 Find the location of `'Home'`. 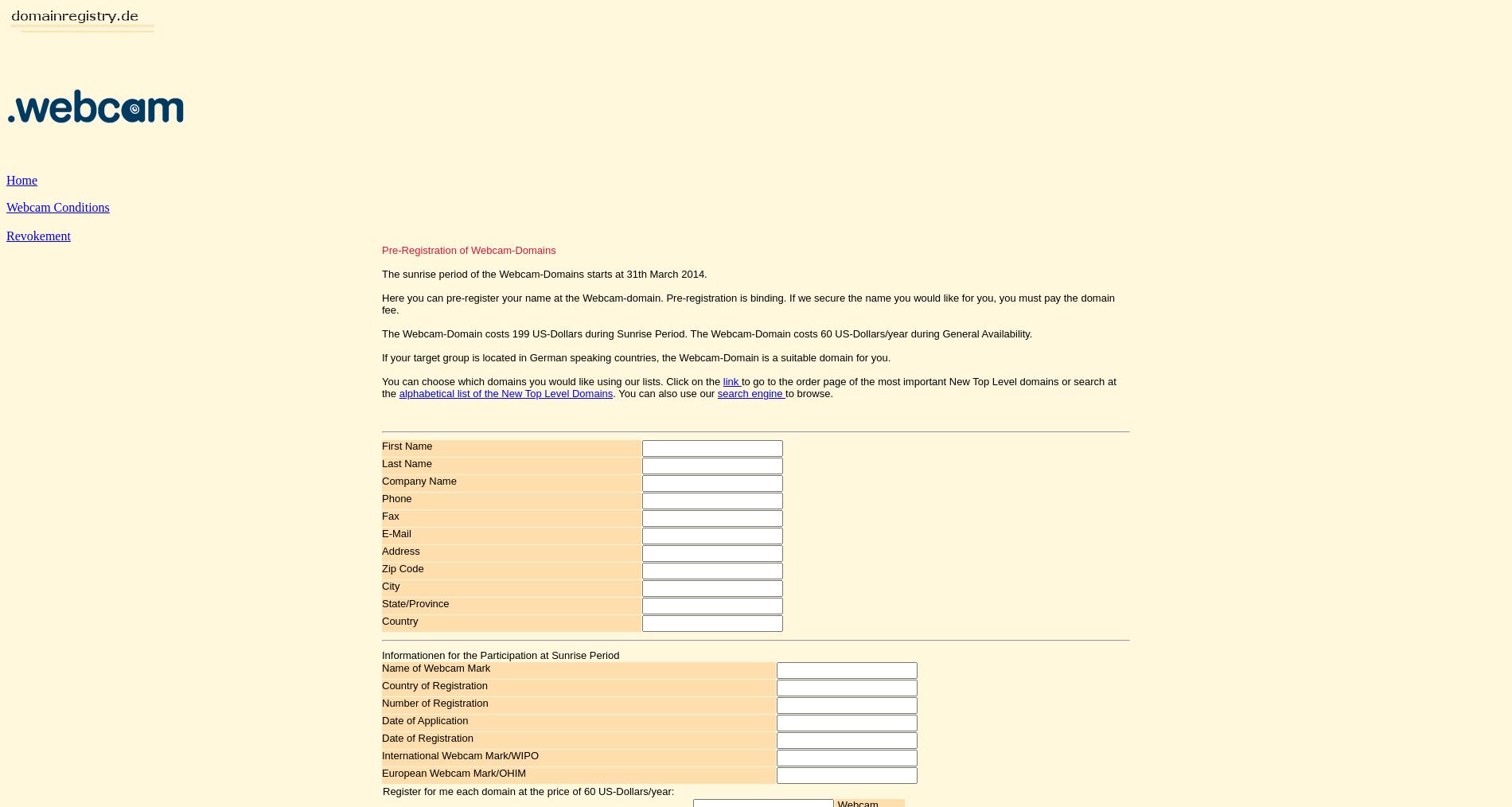

'Home' is located at coordinates (21, 179).